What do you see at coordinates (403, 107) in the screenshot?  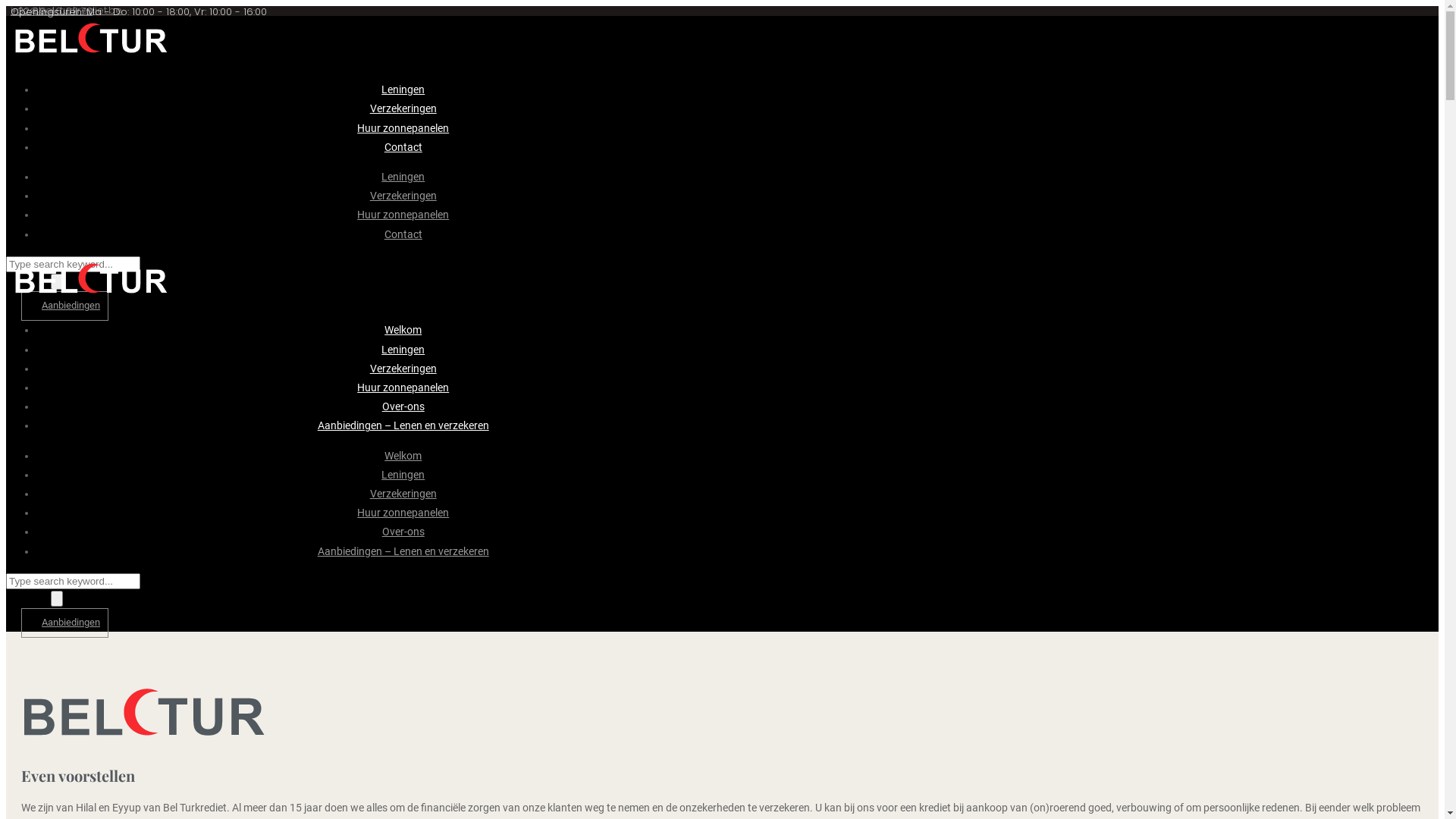 I see `'Verzekeringen'` at bounding box center [403, 107].